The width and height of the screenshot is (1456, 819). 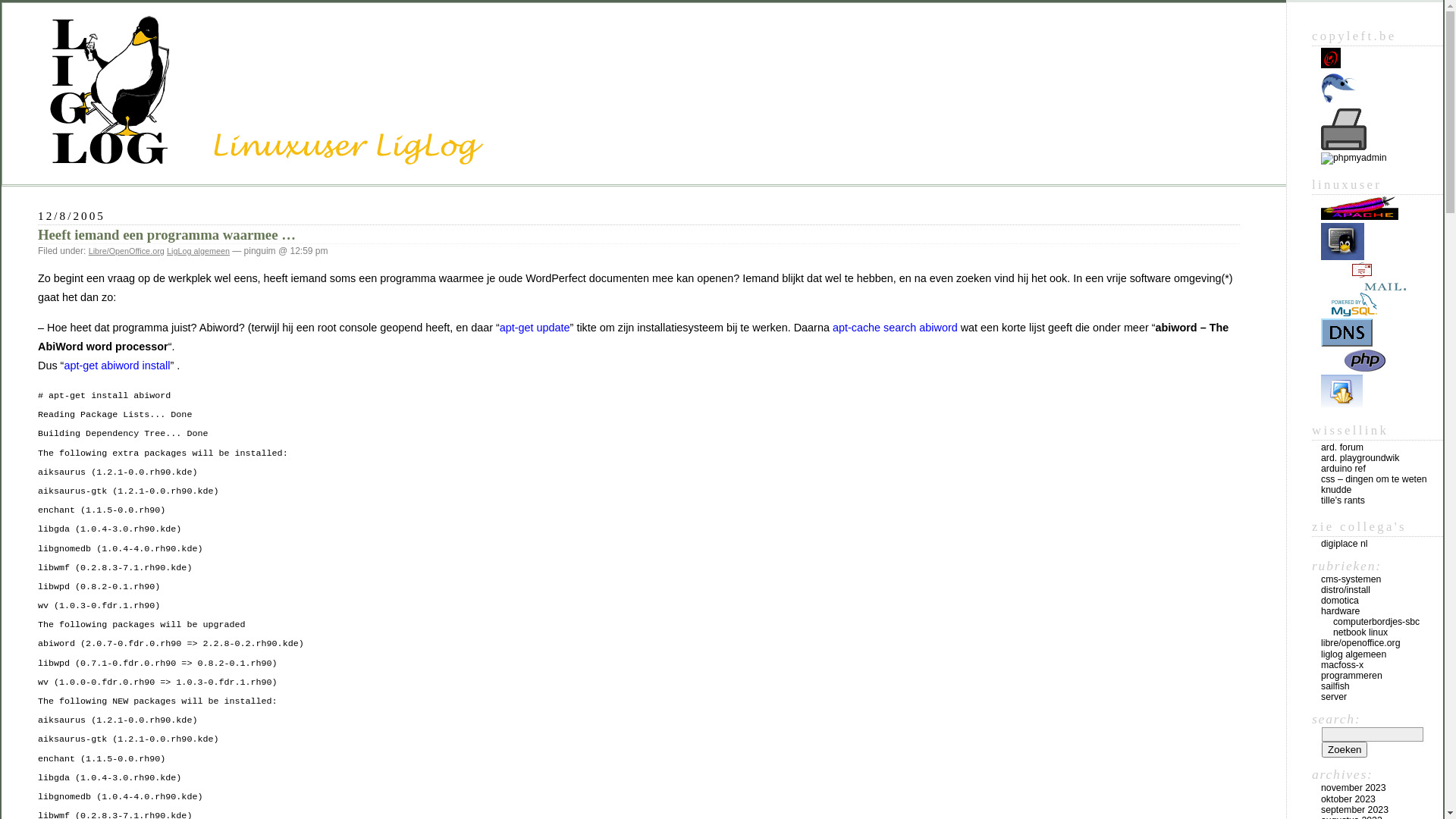 I want to click on 'Zoeken', so click(x=1344, y=748).